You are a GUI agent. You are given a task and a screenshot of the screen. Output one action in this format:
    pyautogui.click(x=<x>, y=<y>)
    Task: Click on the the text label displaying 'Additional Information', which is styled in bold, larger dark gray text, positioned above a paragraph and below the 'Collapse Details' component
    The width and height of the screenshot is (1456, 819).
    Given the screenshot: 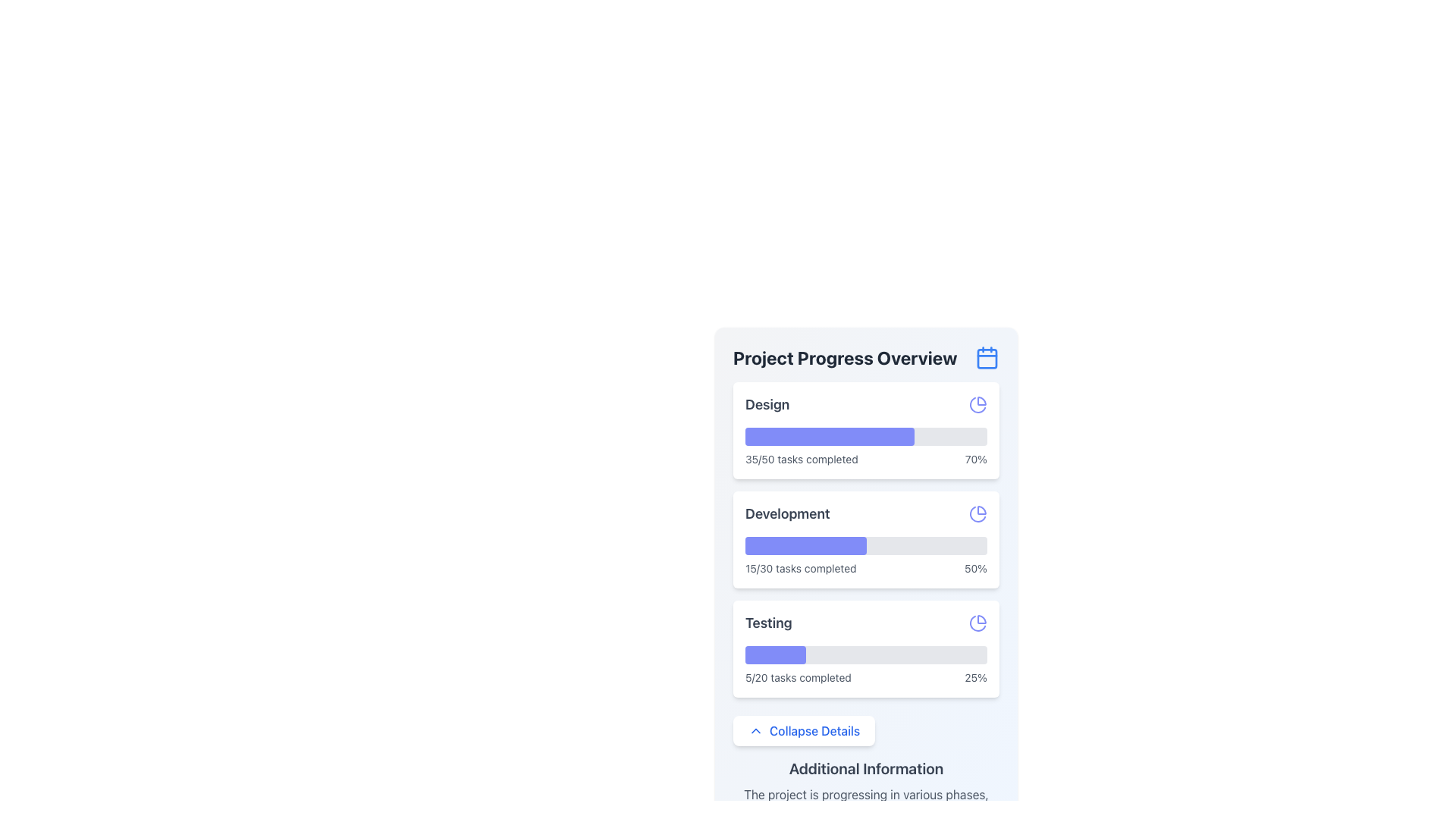 What is the action you would take?
    pyautogui.click(x=866, y=769)
    